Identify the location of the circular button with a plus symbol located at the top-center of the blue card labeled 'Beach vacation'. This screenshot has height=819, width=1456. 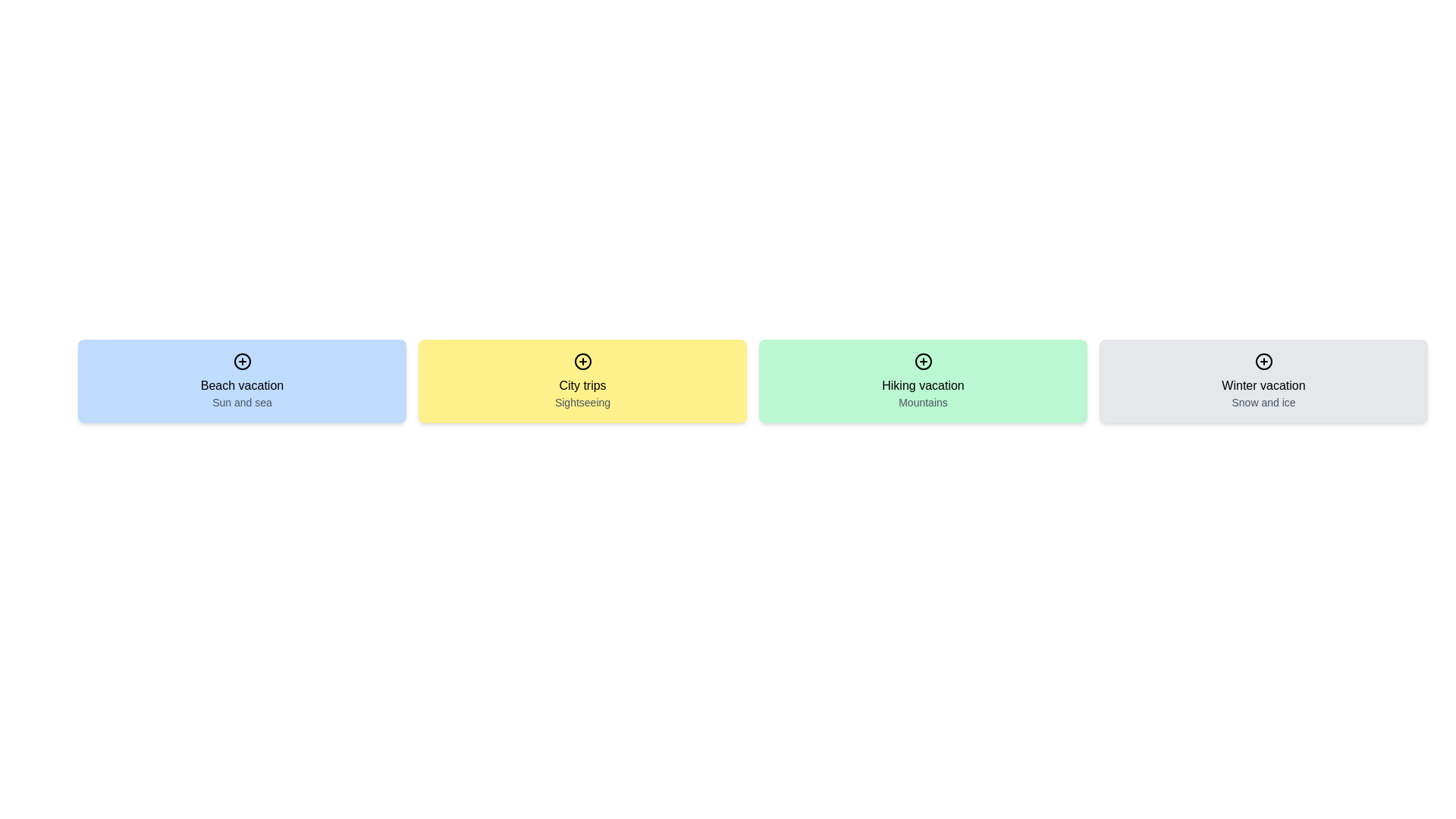
(241, 362).